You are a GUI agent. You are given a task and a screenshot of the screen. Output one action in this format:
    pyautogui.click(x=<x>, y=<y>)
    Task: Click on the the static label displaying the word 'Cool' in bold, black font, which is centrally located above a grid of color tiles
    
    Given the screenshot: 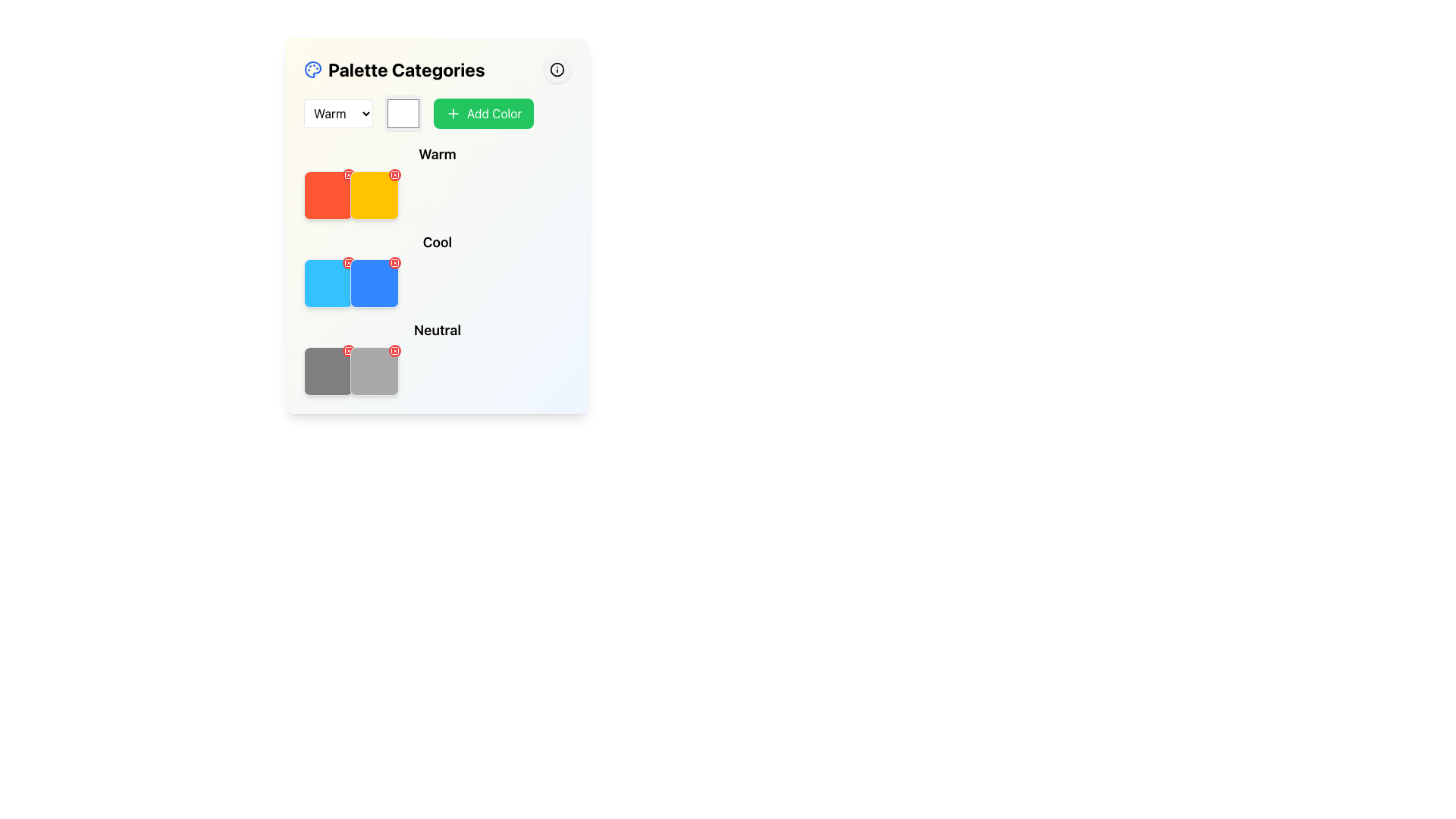 What is the action you would take?
    pyautogui.click(x=436, y=242)
    